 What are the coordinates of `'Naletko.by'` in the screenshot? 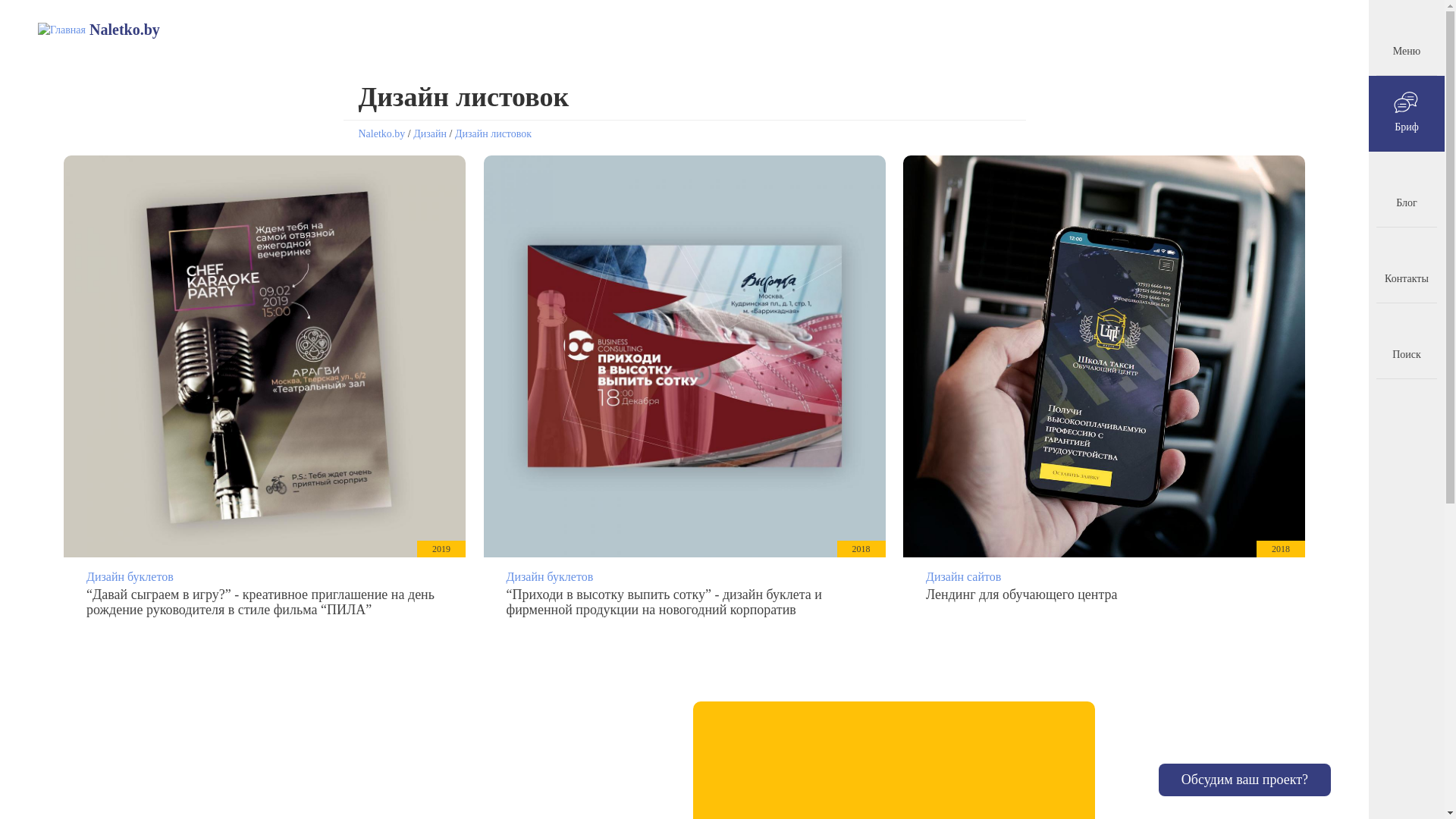 It's located at (381, 133).